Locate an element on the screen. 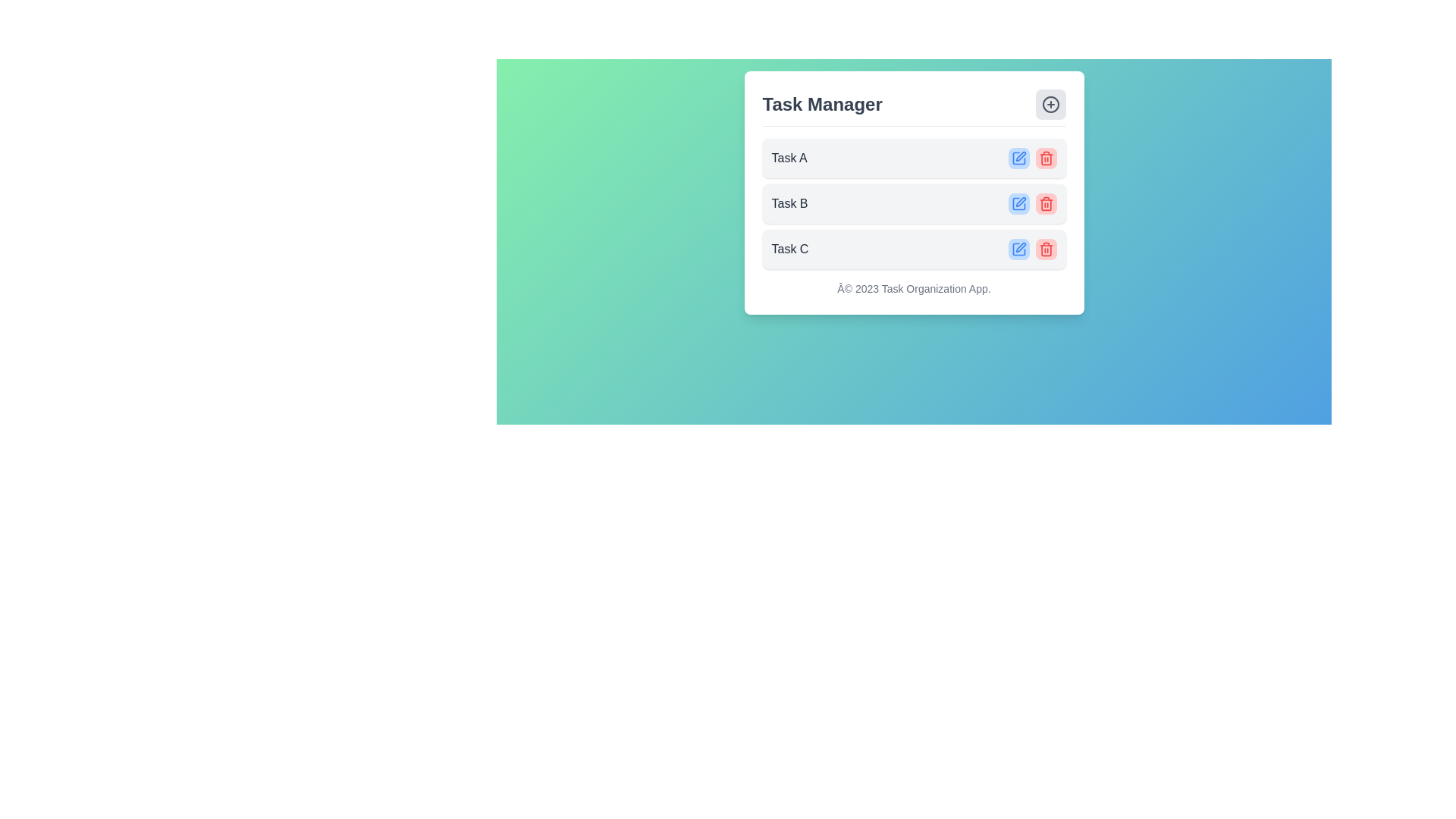 The width and height of the screenshot is (1456, 819). the delete button located to the right of the blue pen icon button is located at coordinates (1045, 203).